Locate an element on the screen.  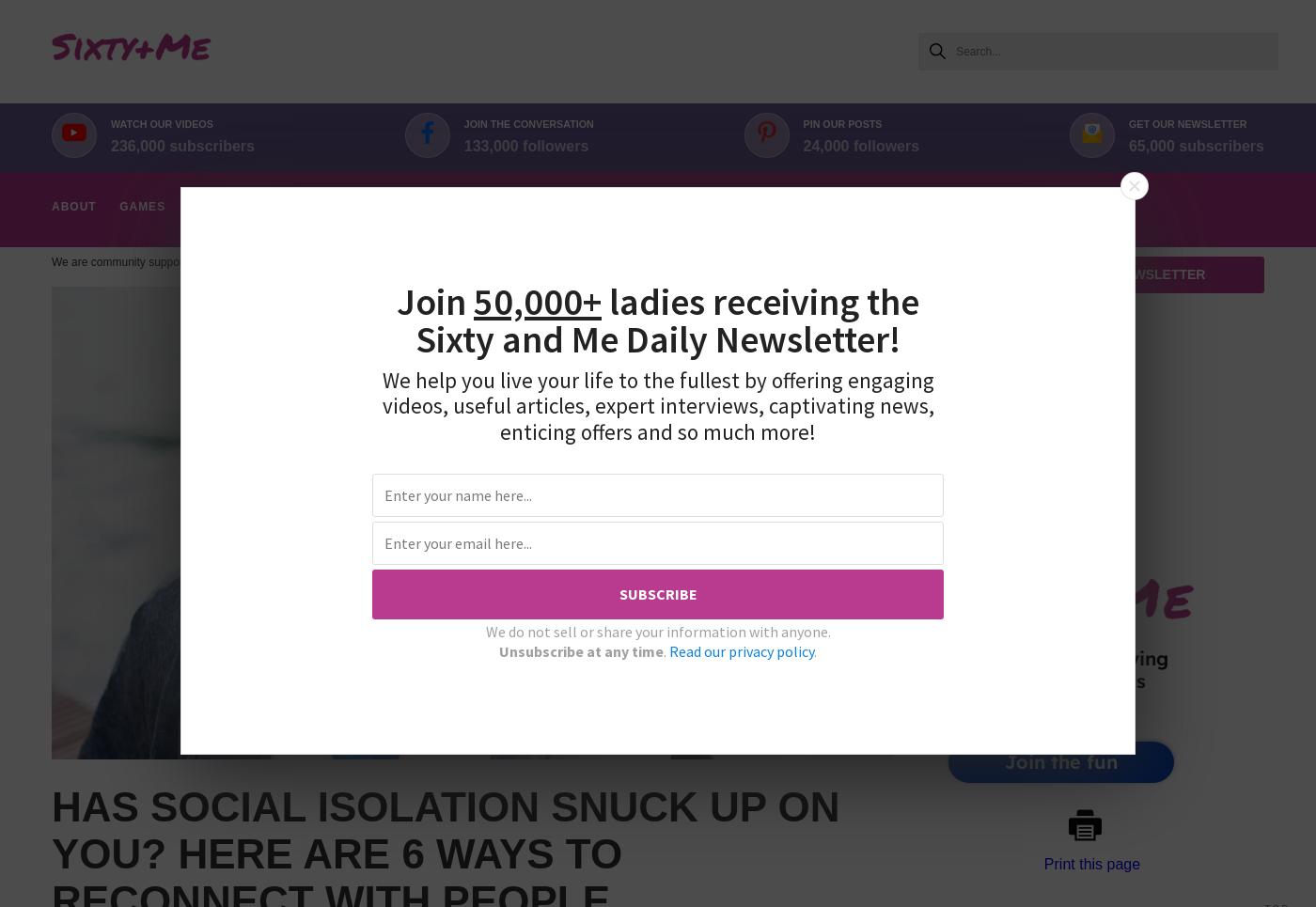
'Join the conversation' is located at coordinates (462, 124).